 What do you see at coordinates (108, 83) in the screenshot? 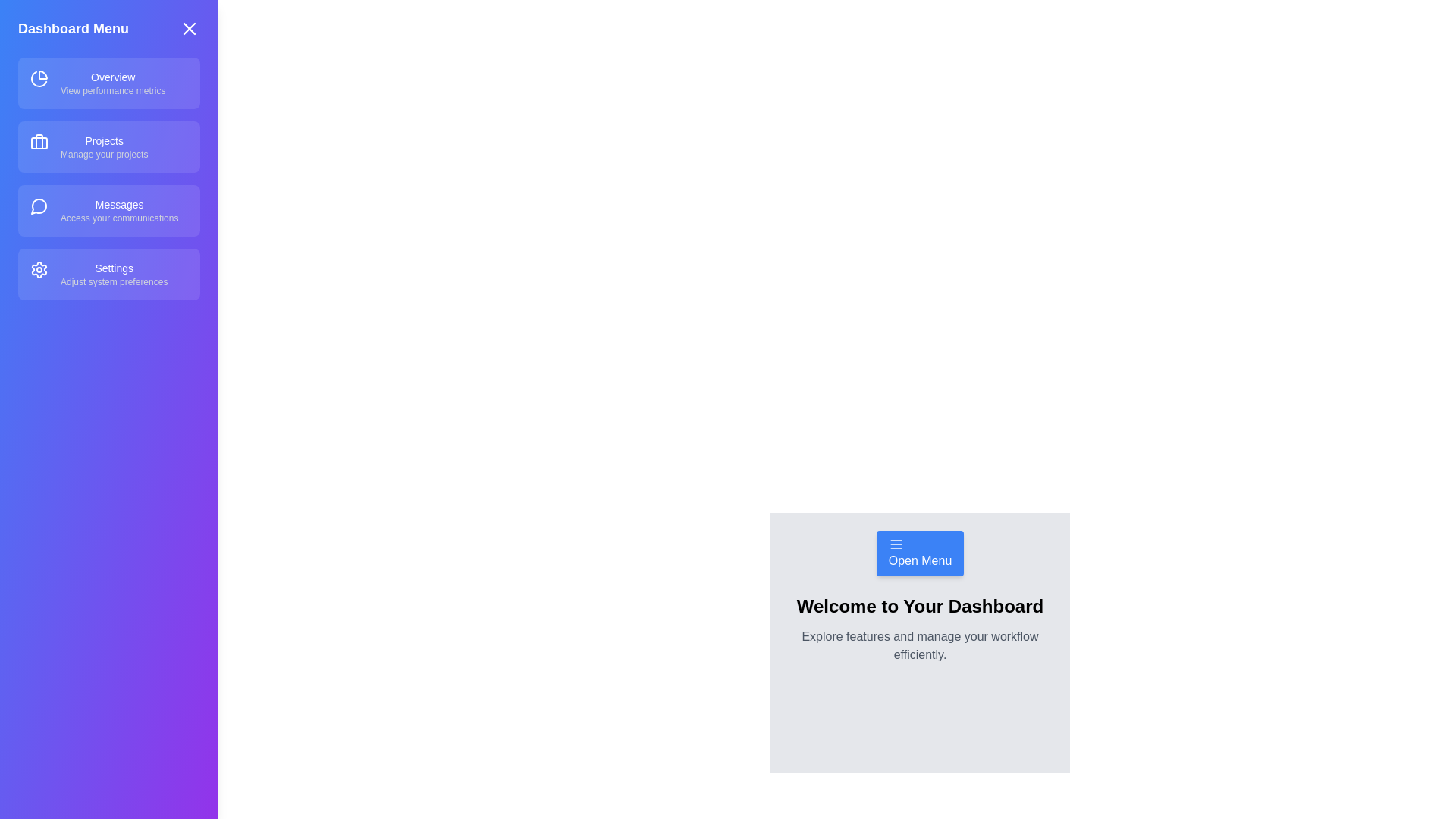
I see `the menu item Overview to observe visual feedback` at bounding box center [108, 83].